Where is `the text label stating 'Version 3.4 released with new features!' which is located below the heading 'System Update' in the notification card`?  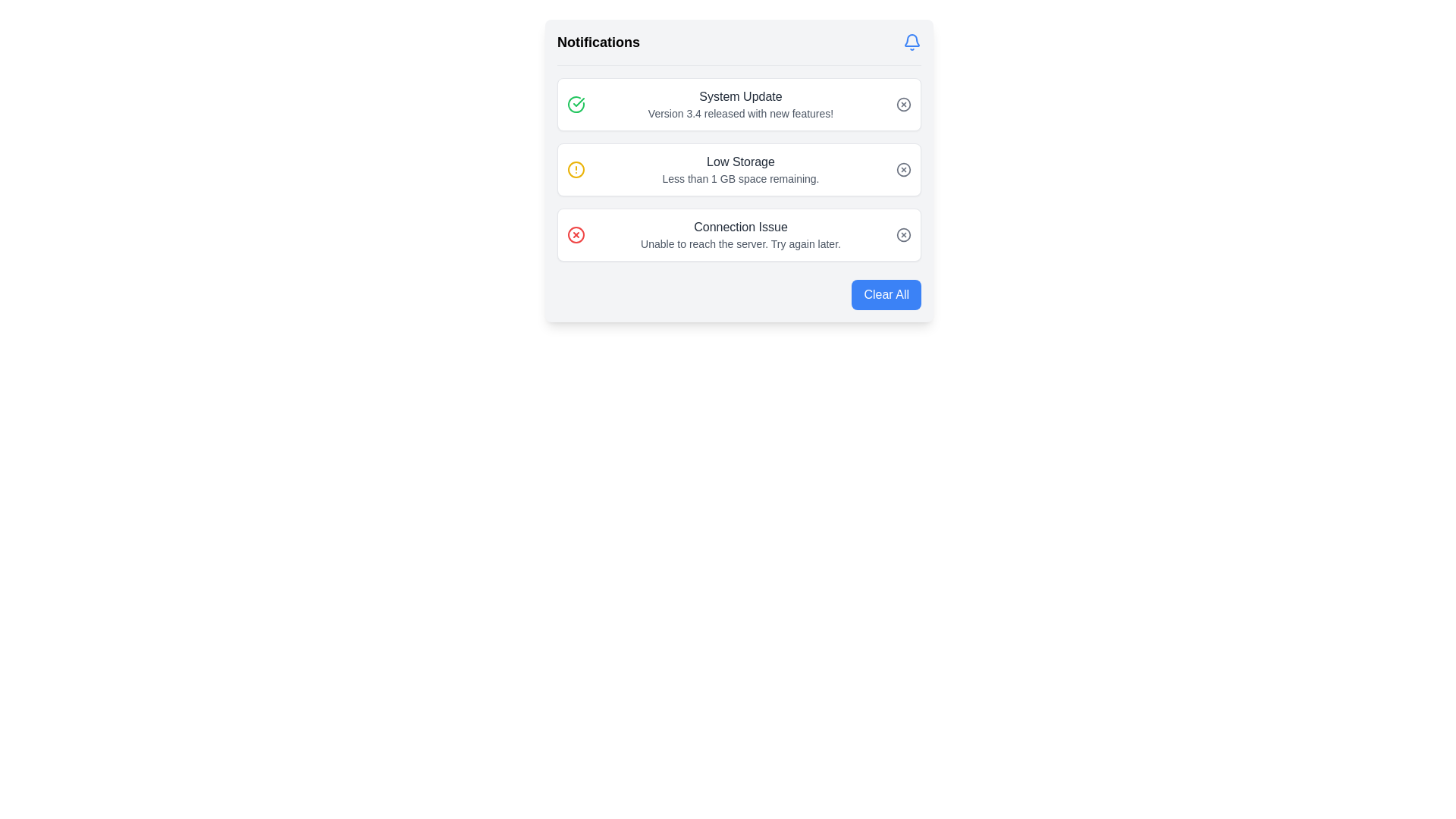
the text label stating 'Version 3.4 released with new features!' which is located below the heading 'System Update' in the notification card is located at coordinates (741, 113).